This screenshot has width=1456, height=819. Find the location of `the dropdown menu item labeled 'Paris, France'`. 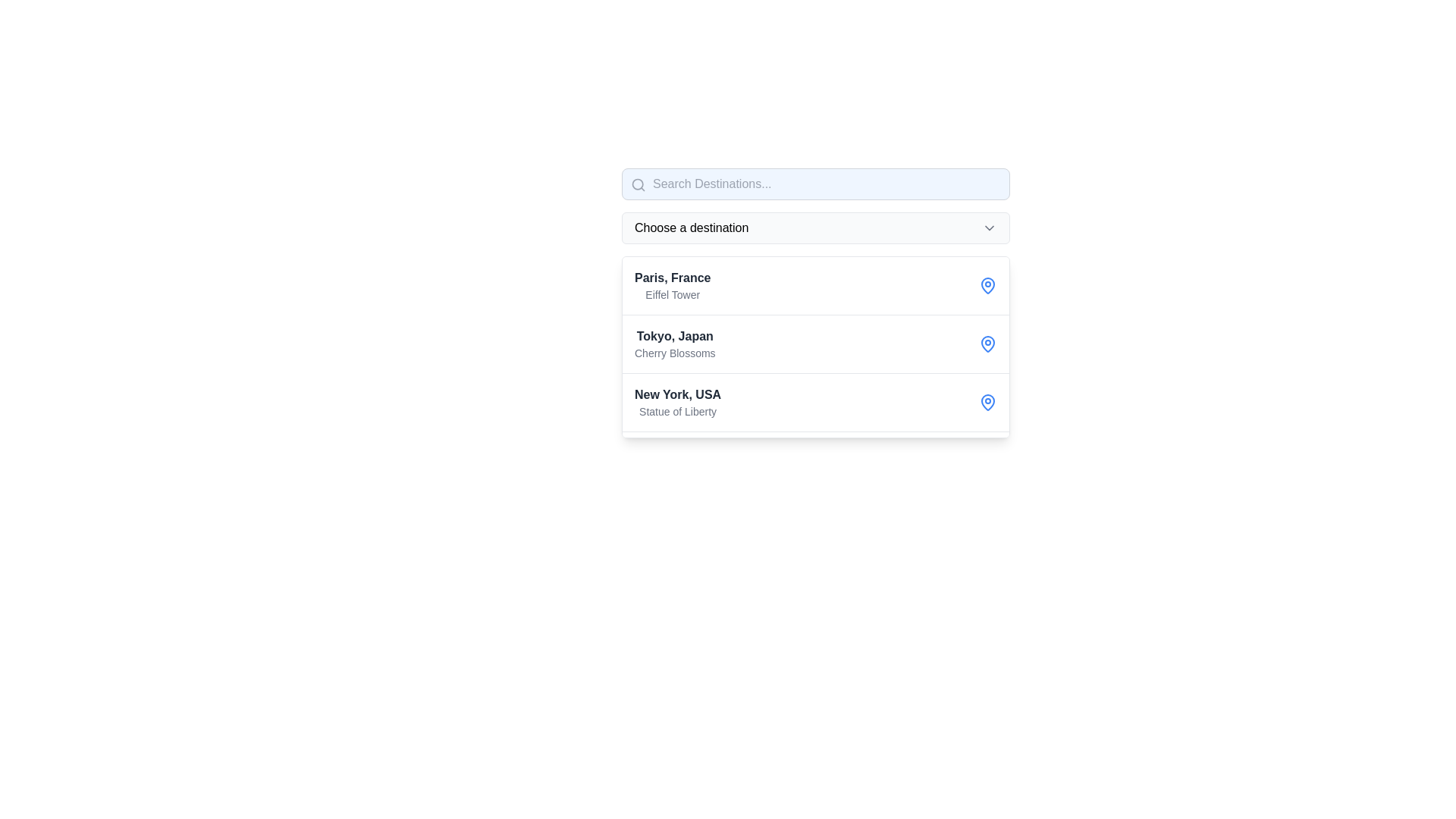

the dropdown menu item labeled 'Paris, France' is located at coordinates (814, 303).